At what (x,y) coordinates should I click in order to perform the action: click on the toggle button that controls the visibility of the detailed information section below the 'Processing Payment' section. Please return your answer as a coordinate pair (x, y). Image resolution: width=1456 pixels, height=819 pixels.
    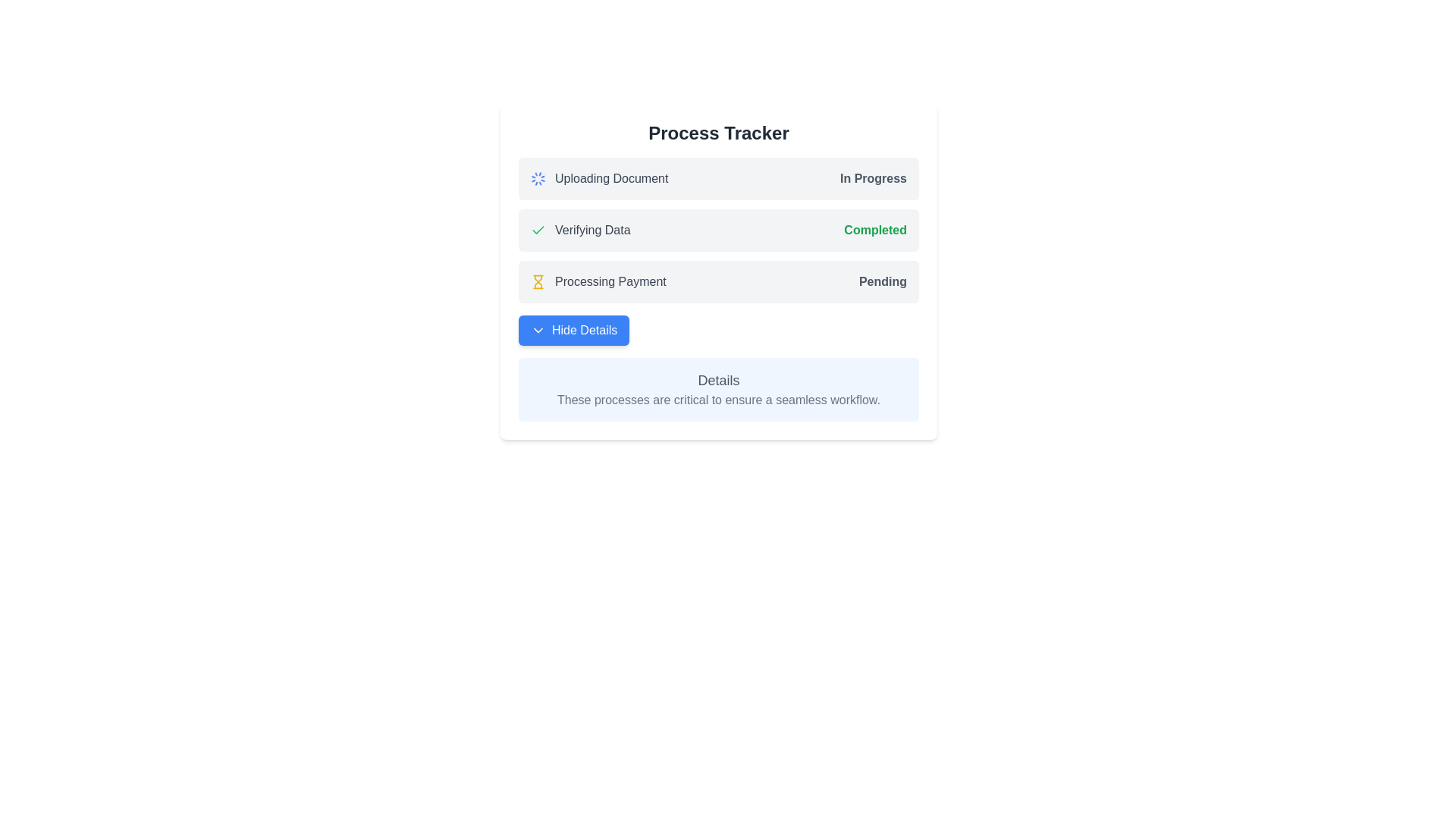
    Looking at the image, I should click on (573, 329).